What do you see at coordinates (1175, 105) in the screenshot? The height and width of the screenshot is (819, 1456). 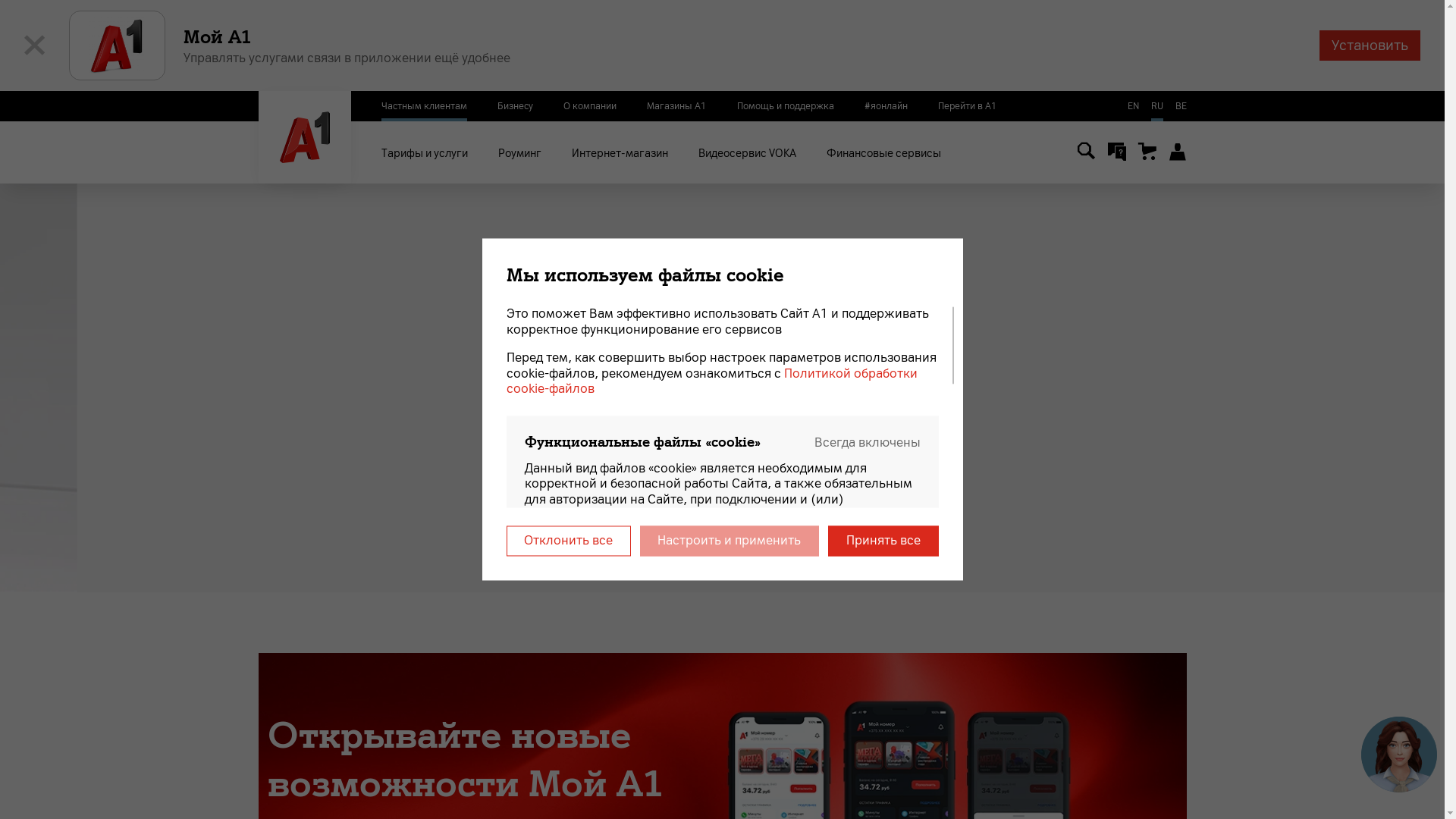 I see `'BE'` at bounding box center [1175, 105].